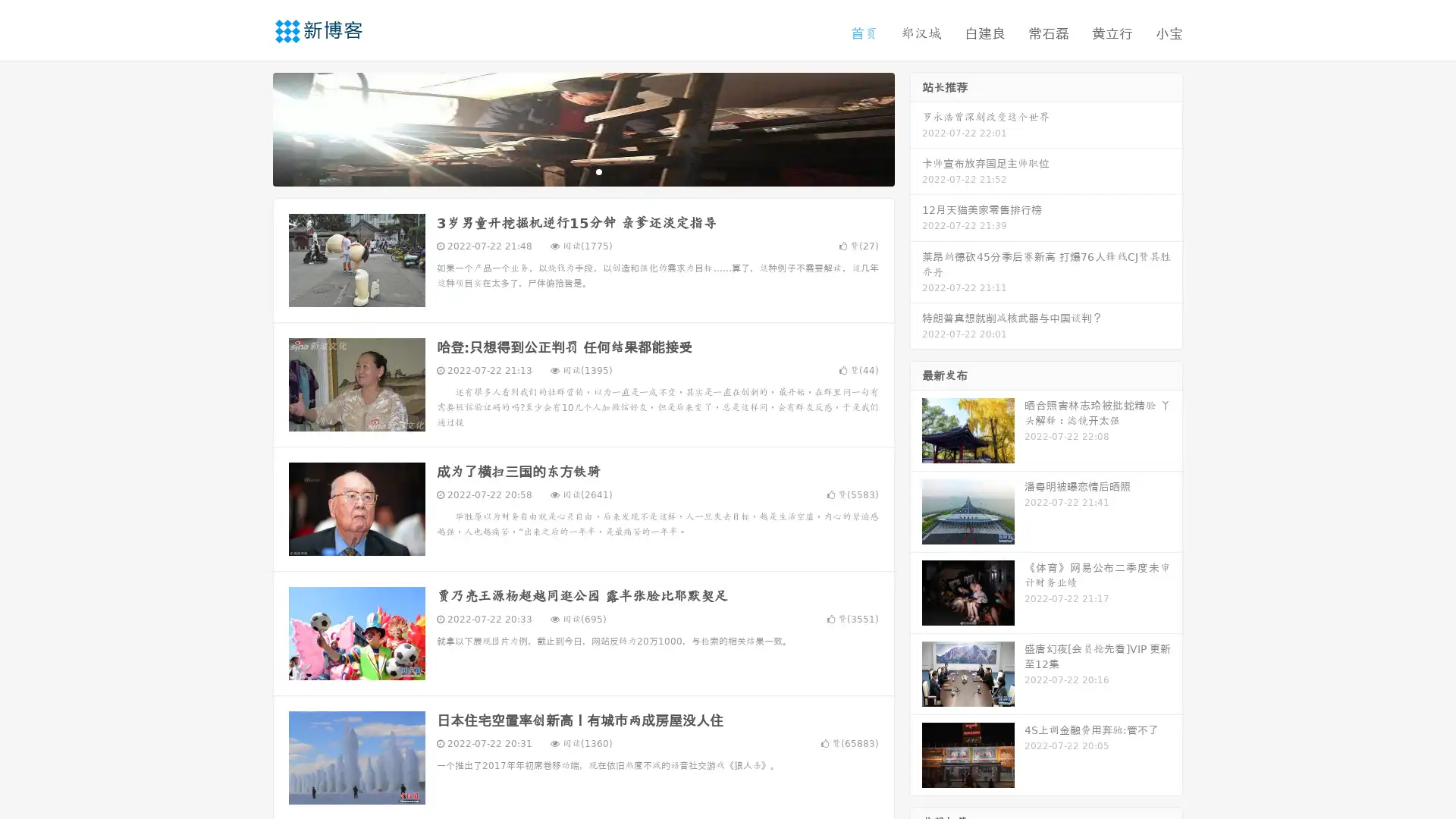  I want to click on Go to slide 1, so click(567, 171).